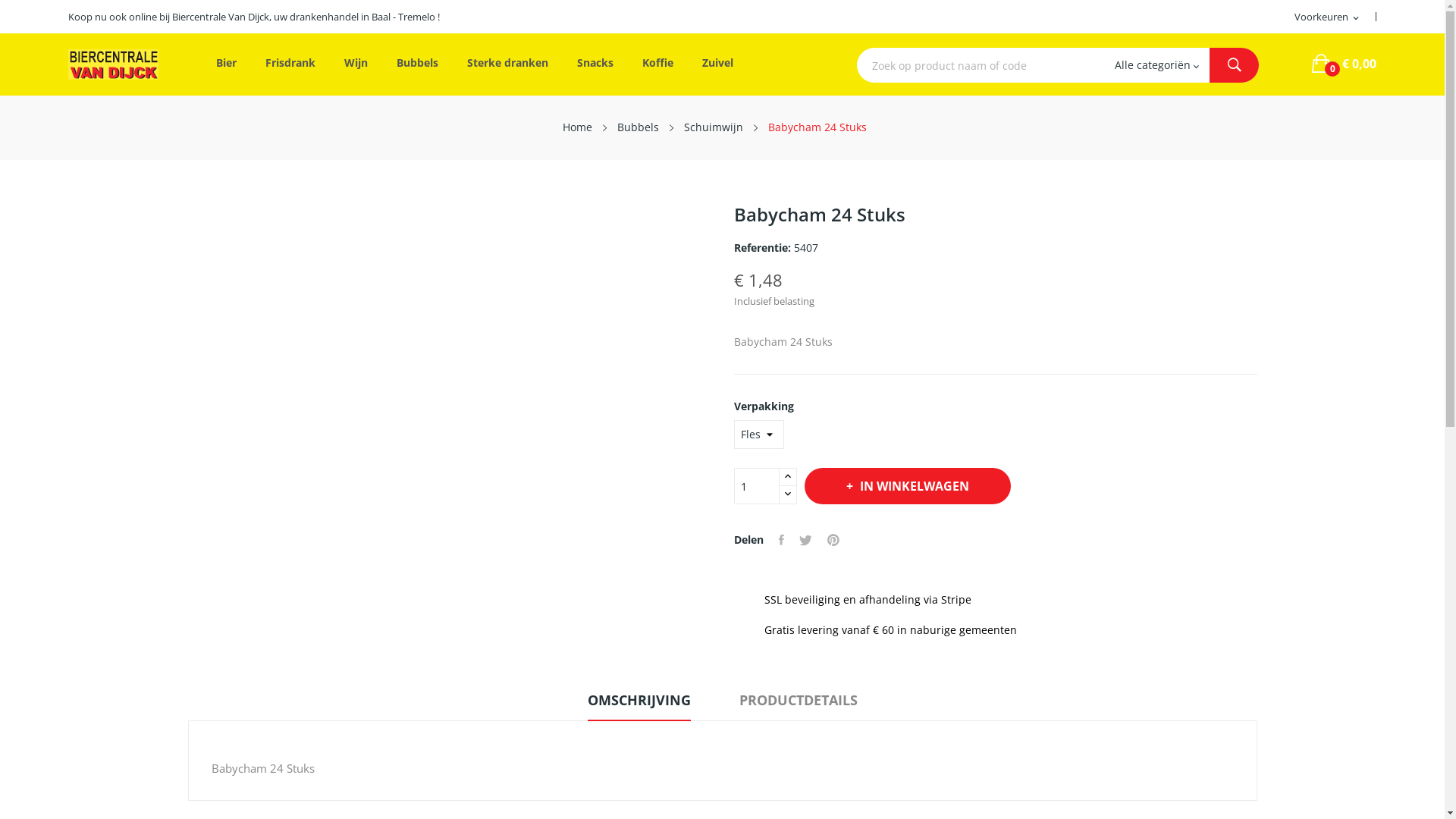 This screenshot has width=1456, height=819. Describe the element at coordinates (796, 705) in the screenshot. I see `'PRODUCTDETAILS'` at that location.